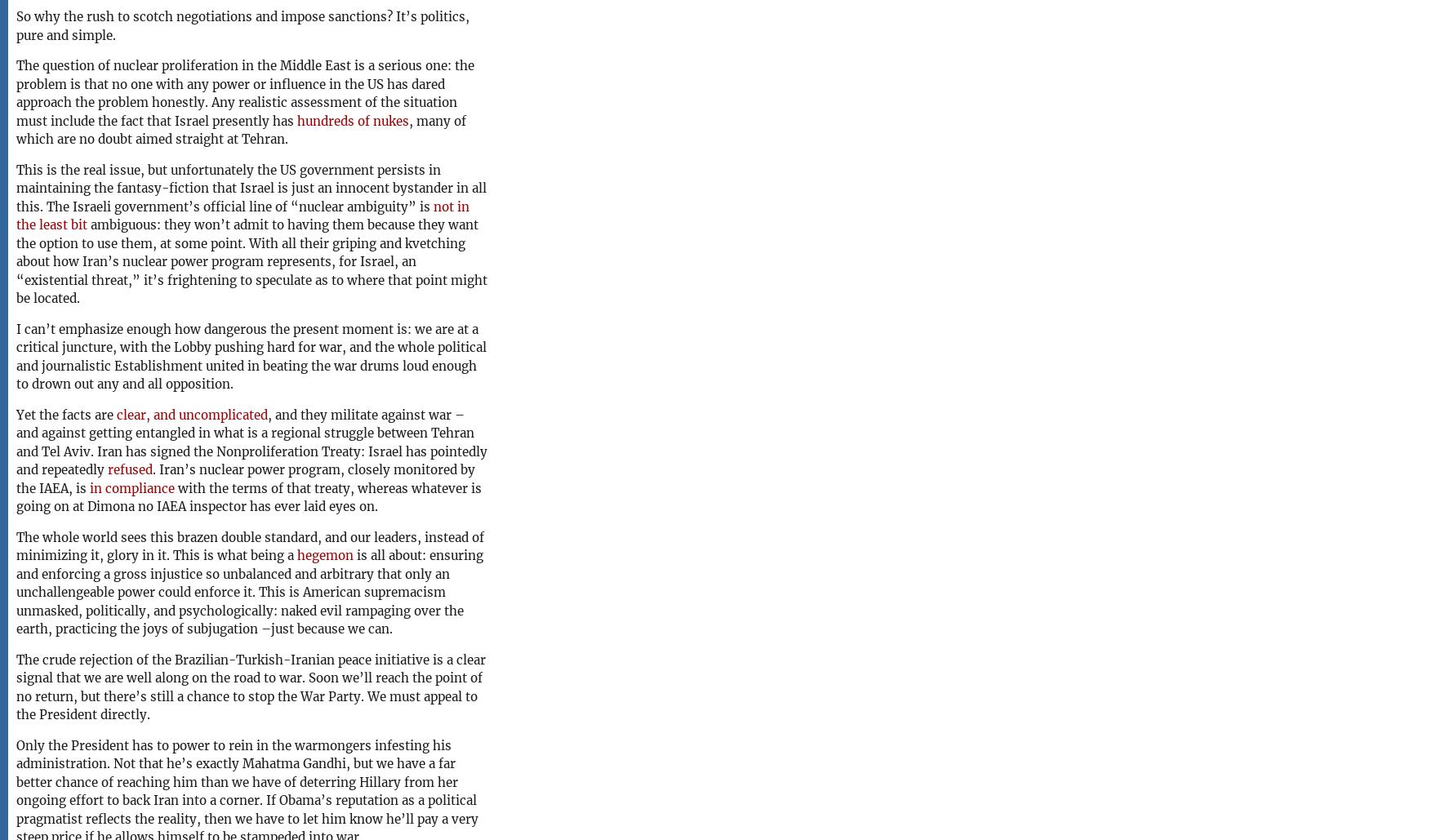 The height and width of the screenshot is (840, 1429). I want to click on 'The question of nuclear
proliferation
in the Middle East is a serious one: the problem is that no one with
any power or influence in the US has dared approach the problem
honestly.
Any realistic assessment of the situation must include the fact that
Israel presently has', so click(244, 92).